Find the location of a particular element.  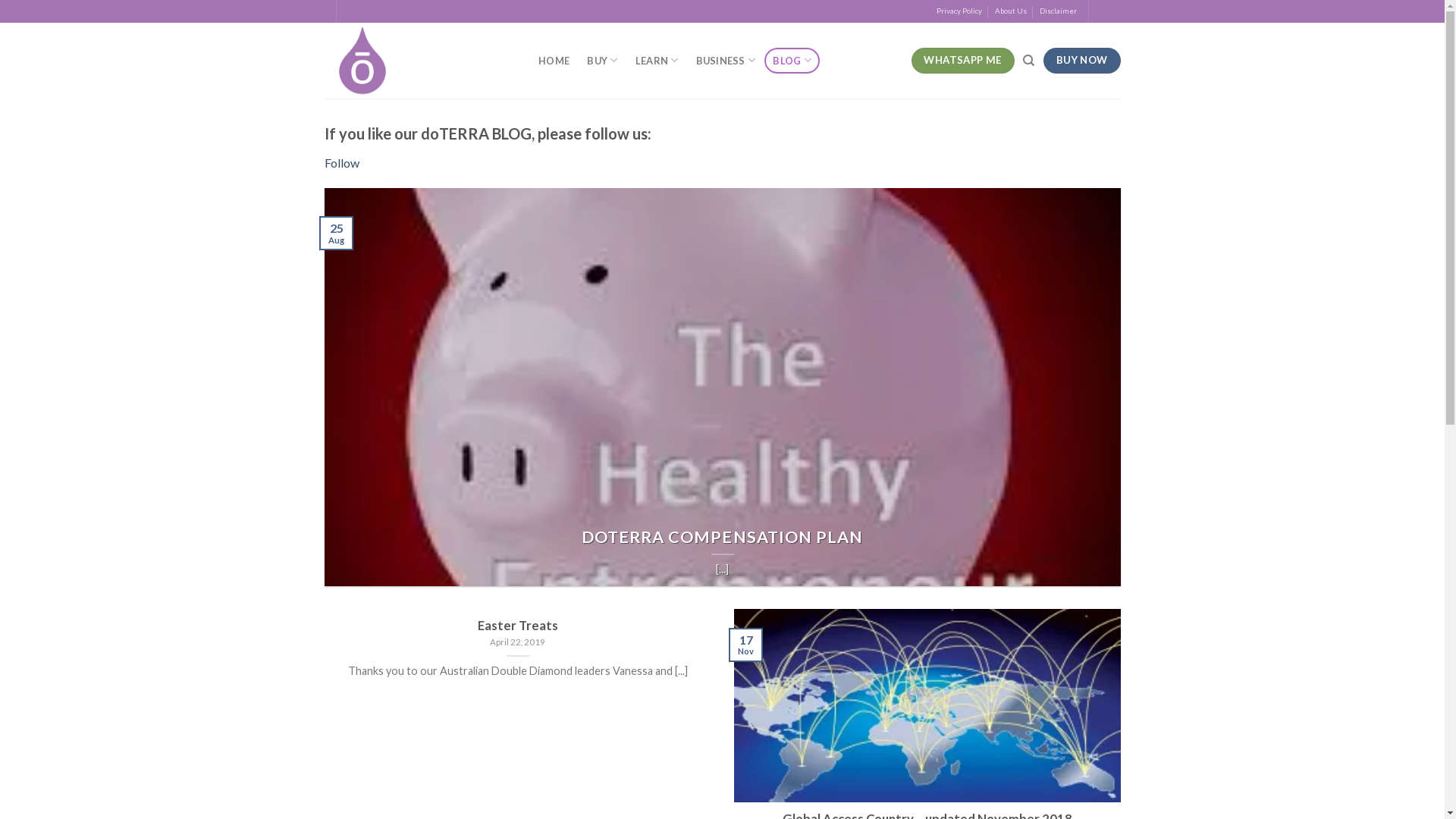

'BUY NOW' is located at coordinates (1043, 60).